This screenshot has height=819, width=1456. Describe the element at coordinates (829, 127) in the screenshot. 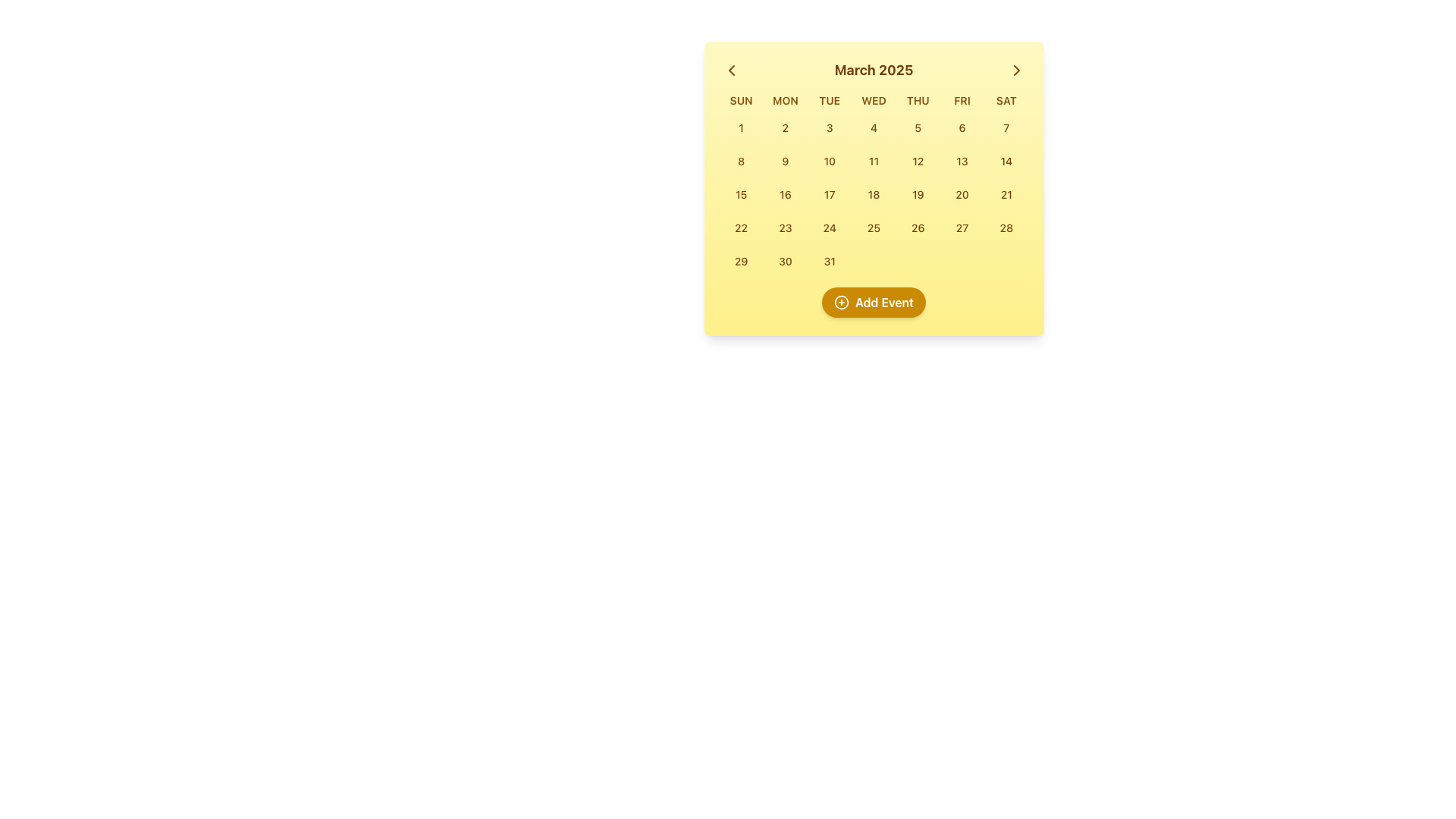

I see `the numeral '3' in the calendar layout, which is styled with a small and bold font on a yellow background` at that location.